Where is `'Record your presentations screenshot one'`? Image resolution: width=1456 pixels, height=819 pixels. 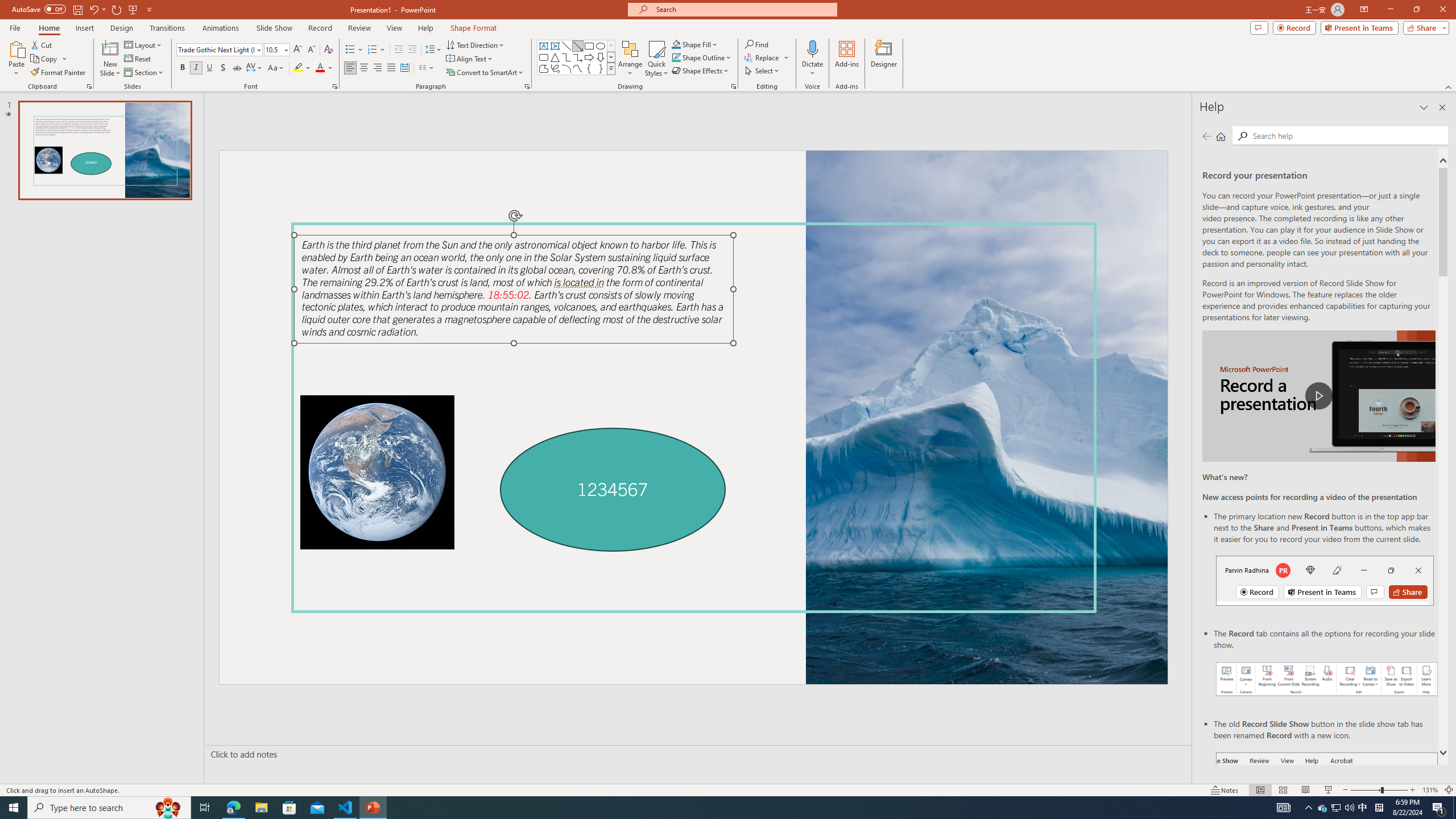 'Record your presentations screenshot one' is located at coordinates (1326, 678).